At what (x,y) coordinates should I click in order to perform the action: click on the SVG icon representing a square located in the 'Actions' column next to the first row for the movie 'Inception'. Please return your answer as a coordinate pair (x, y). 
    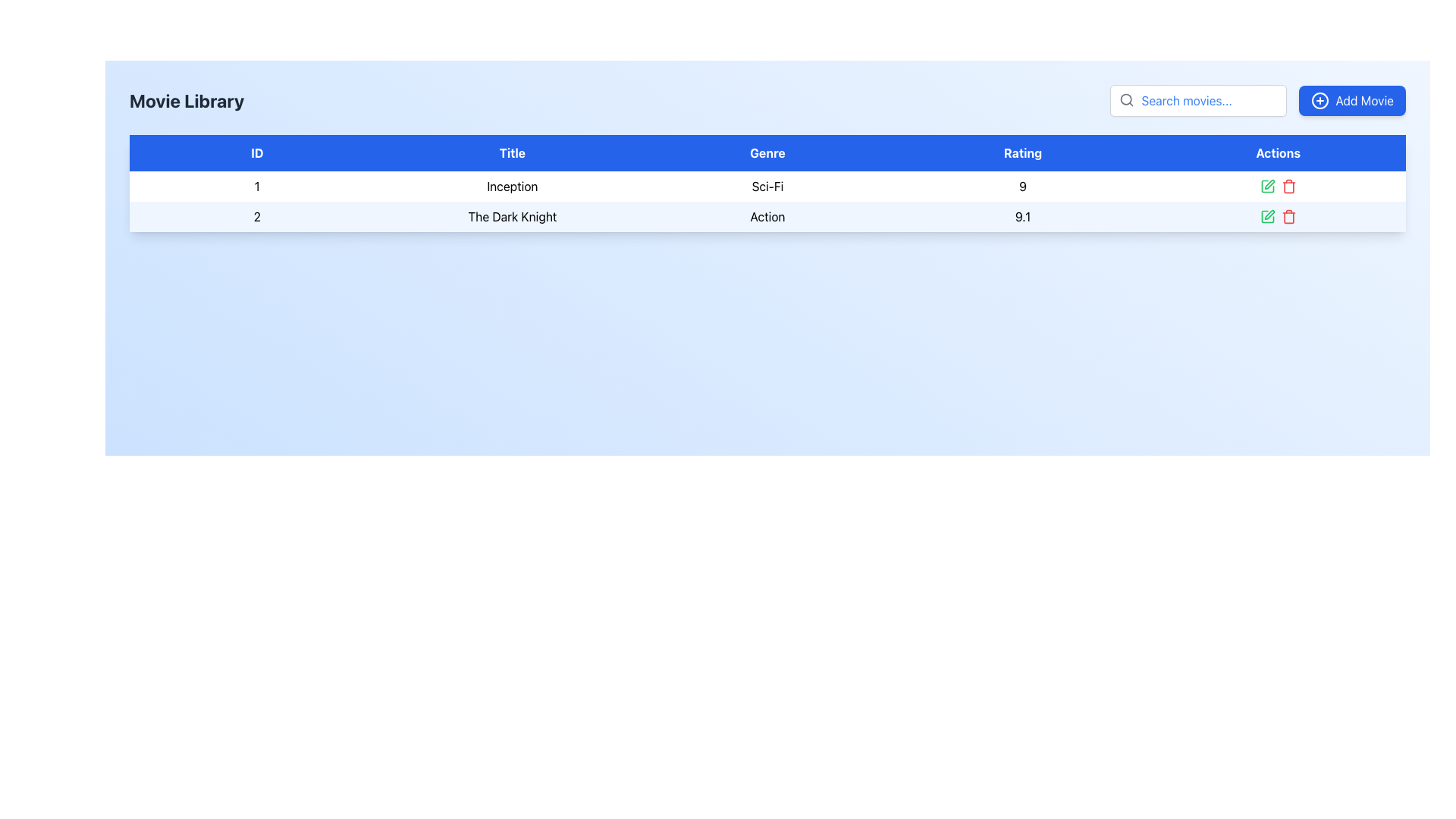
    Looking at the image, I should click on (1267, 186).